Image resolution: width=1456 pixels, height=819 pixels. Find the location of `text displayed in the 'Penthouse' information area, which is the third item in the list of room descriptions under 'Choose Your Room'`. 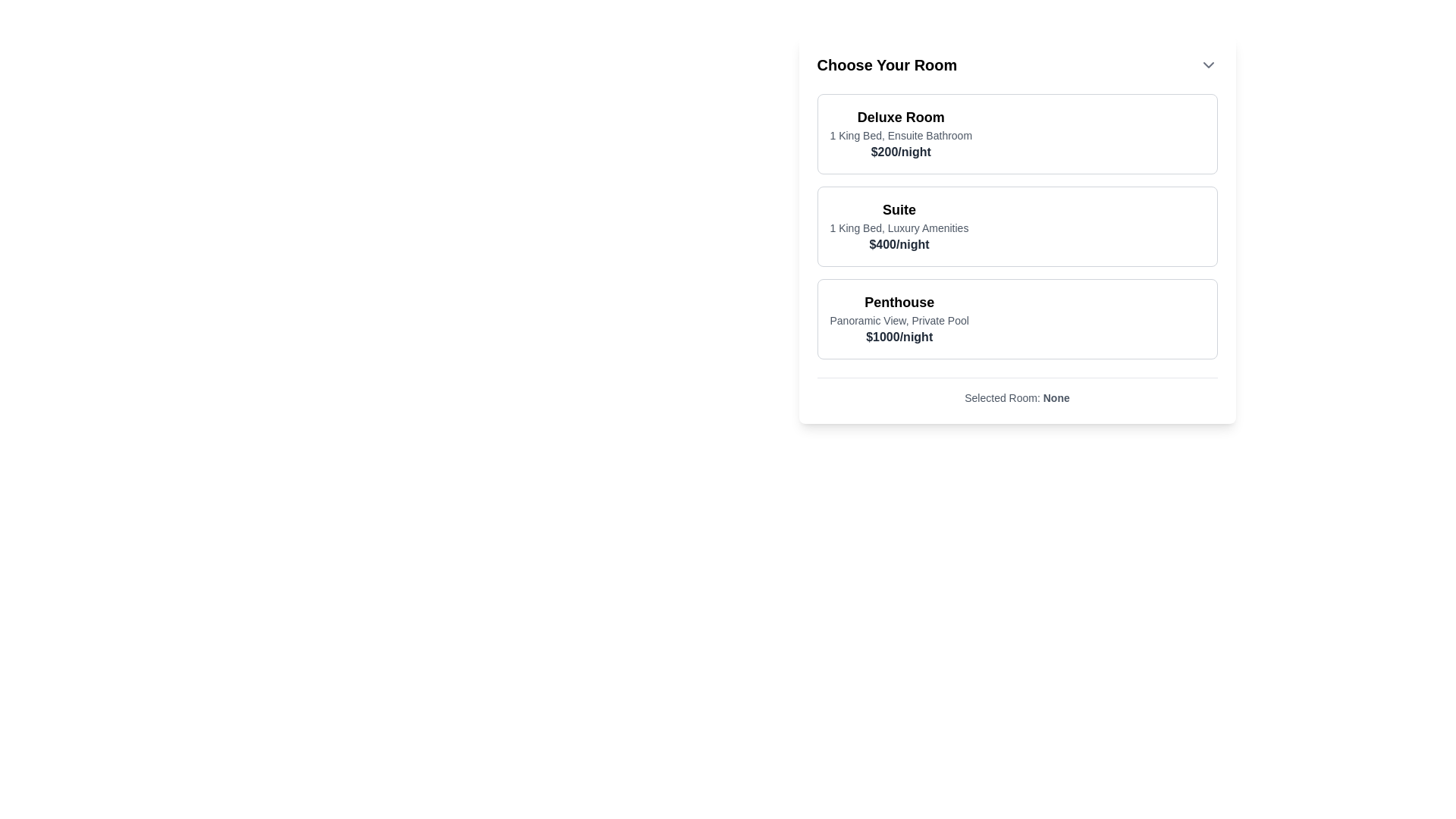

text displayed in the 'Penthouse' information area, which is the third item in the list of room descriptions under 'Choose Your Room' is located at coordinates (899, 318).